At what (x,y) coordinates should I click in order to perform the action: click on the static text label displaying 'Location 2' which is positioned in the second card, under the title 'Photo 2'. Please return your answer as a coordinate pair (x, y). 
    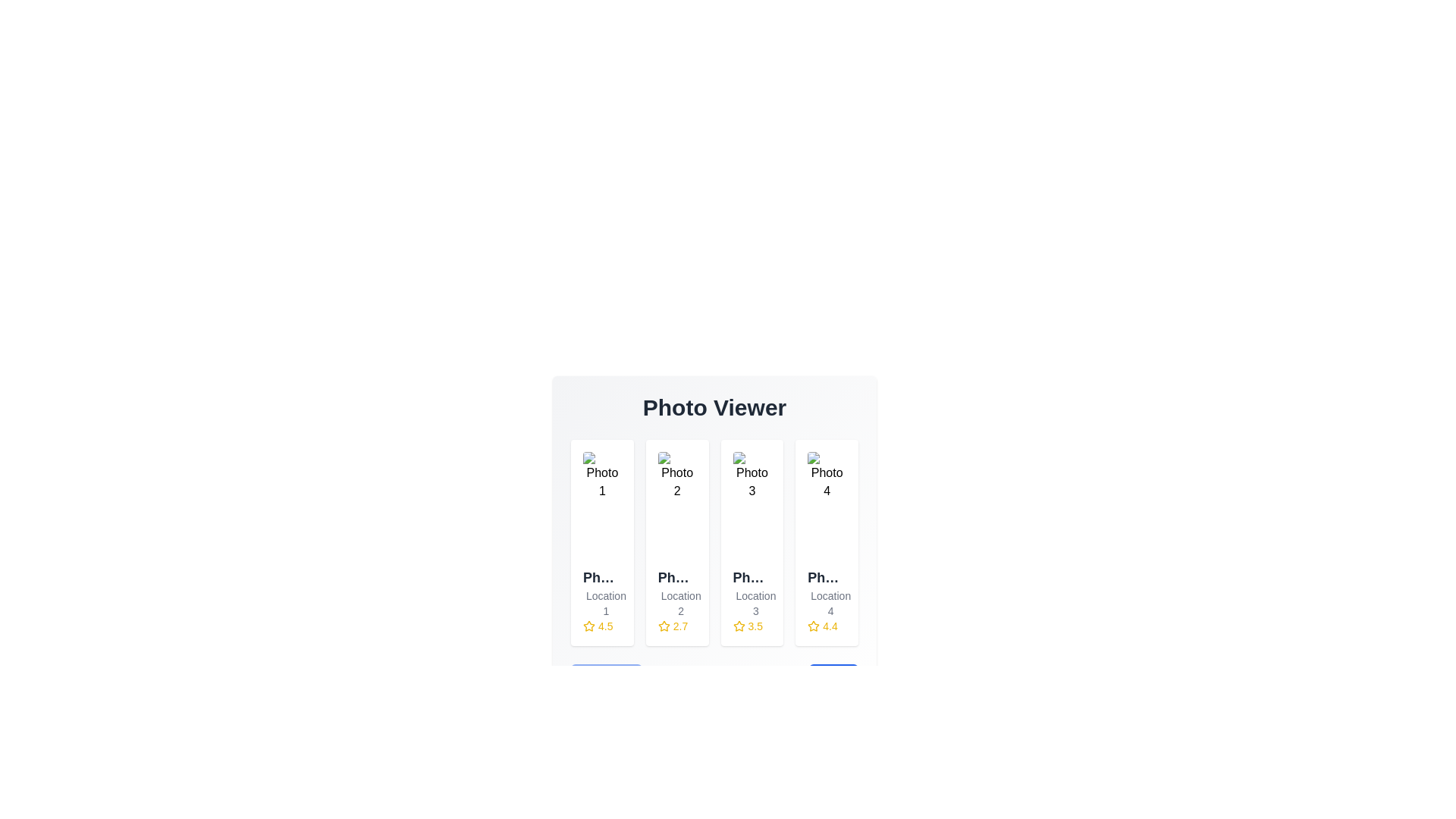
    Looking at the image, I should click on (676, 602).